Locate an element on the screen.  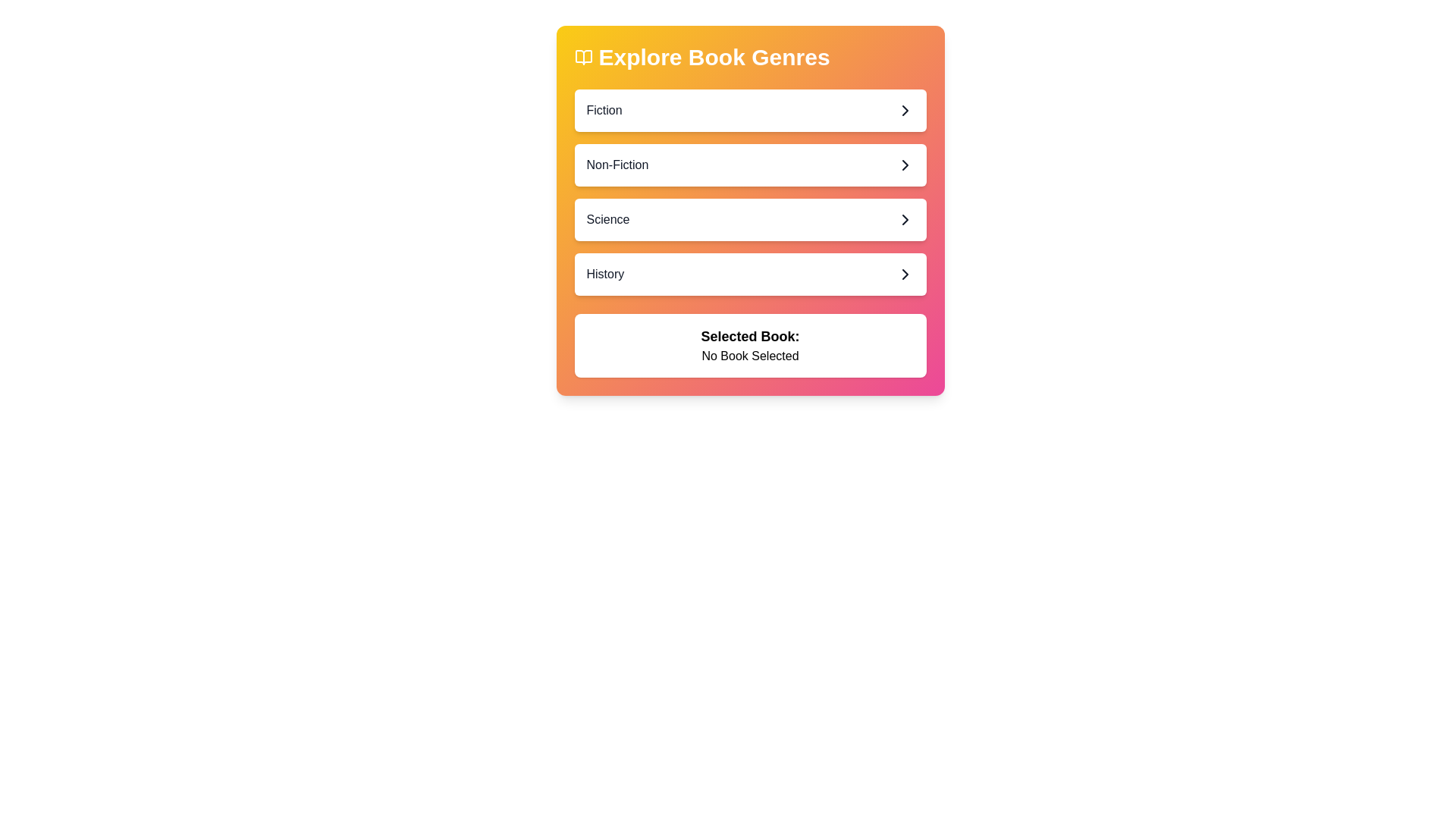
the fourth chevron icon in the vertical list within the 'Explore Book Genres' interface, located to the far-right of the 'History' row is located at coordinates (905, 275).